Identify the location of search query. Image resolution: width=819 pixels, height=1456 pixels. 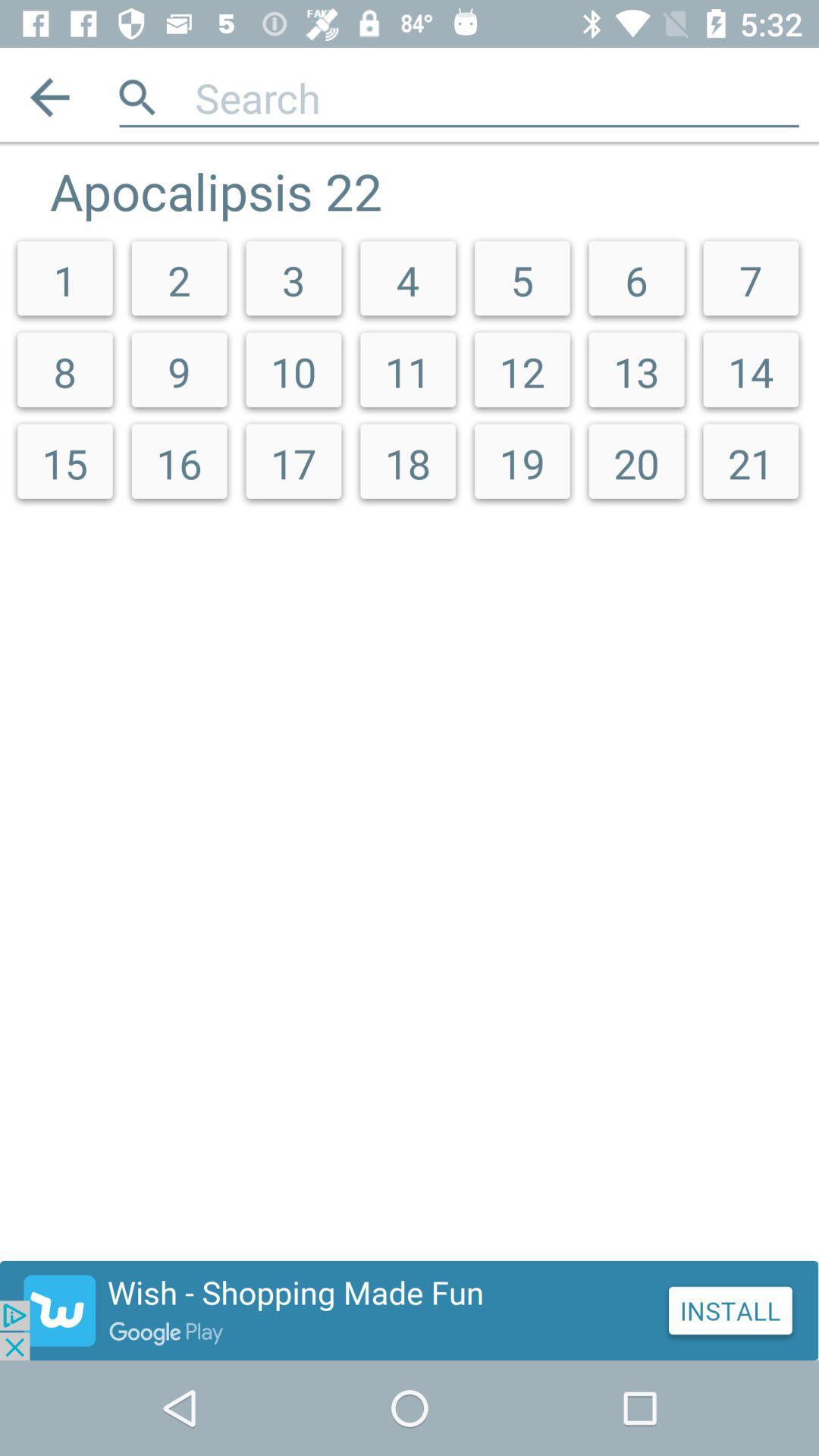
(497, 96).